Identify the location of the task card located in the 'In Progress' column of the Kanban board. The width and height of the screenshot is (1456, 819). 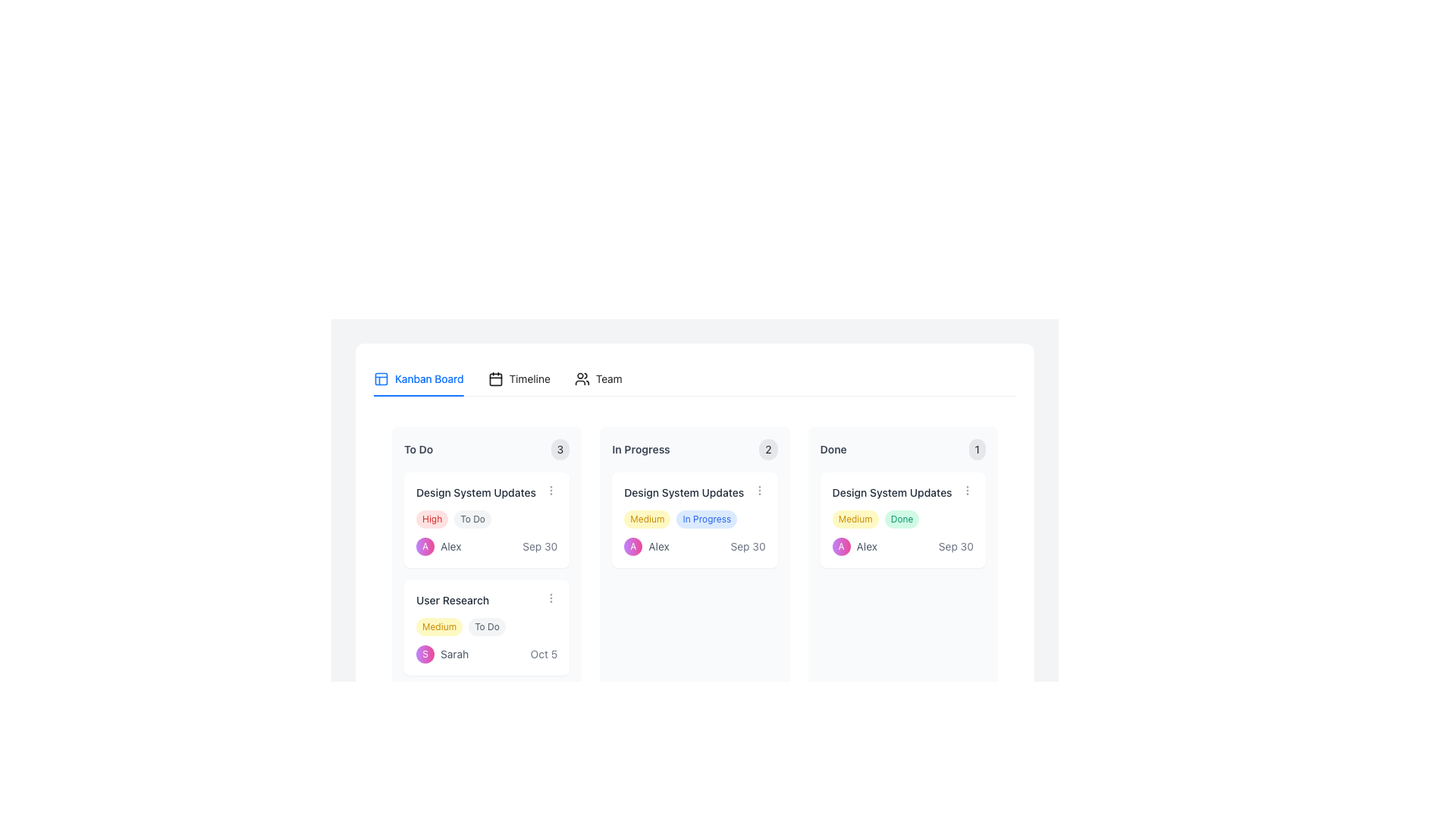
(694, 563).